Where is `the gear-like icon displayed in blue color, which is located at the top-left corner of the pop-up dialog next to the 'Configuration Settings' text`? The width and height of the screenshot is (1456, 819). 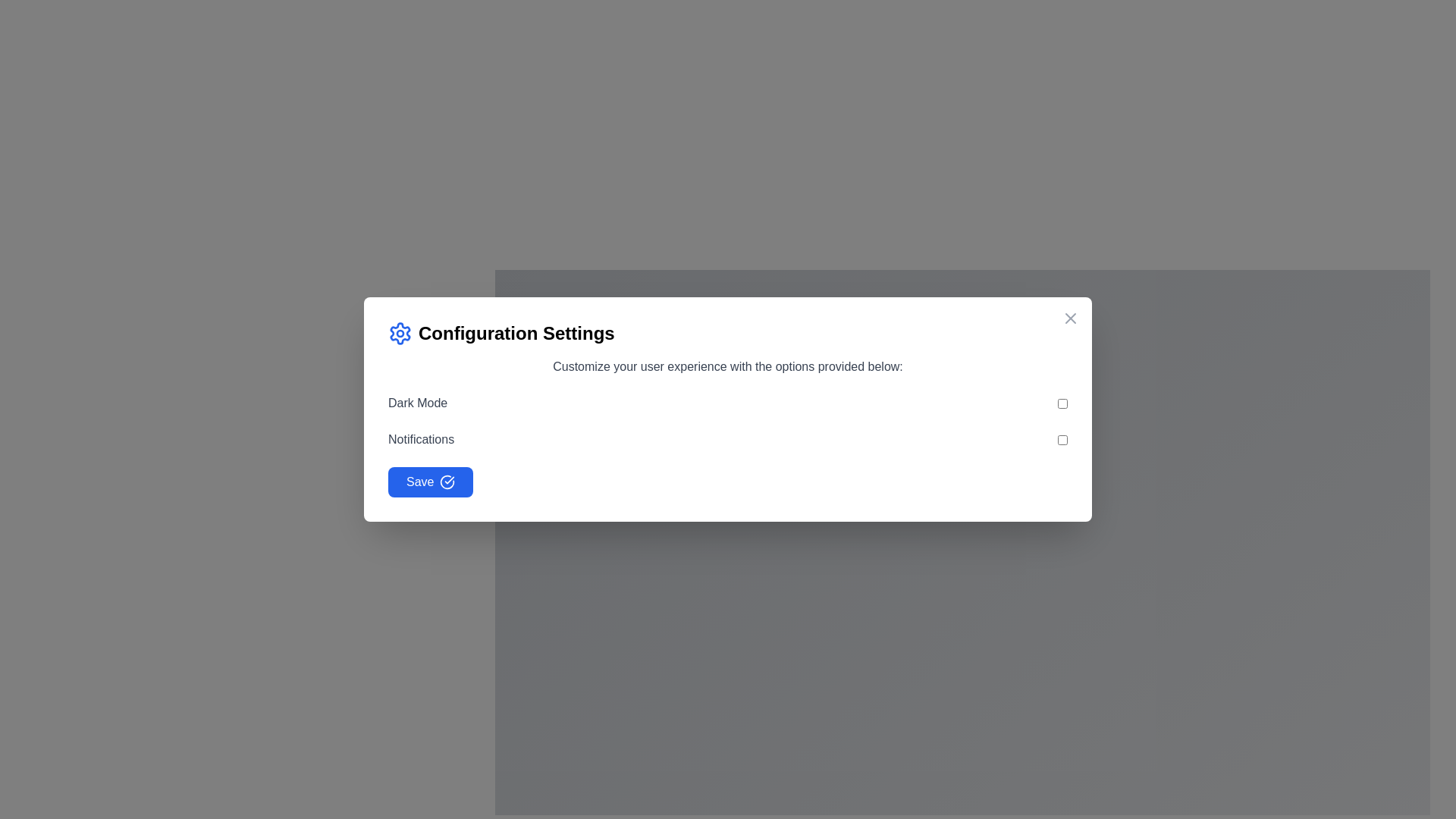
the gear-like icon displayed in blue color, which is located at the top-left corner of the pop-up dialog next to the 'Configuration Settings' text is located at coordinates (400, 332).